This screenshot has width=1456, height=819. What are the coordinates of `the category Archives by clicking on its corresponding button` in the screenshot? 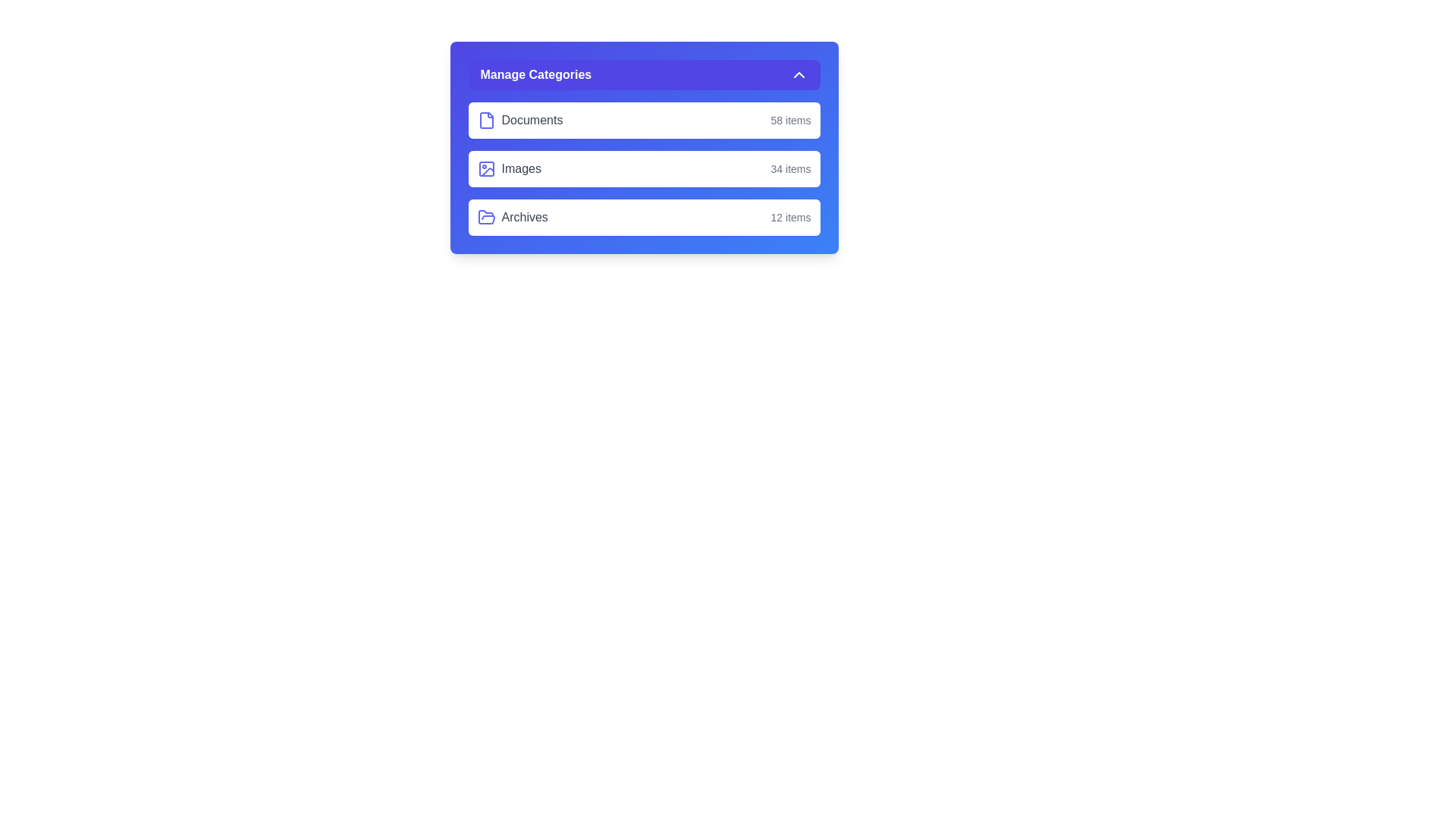 It's located at (644, 217).